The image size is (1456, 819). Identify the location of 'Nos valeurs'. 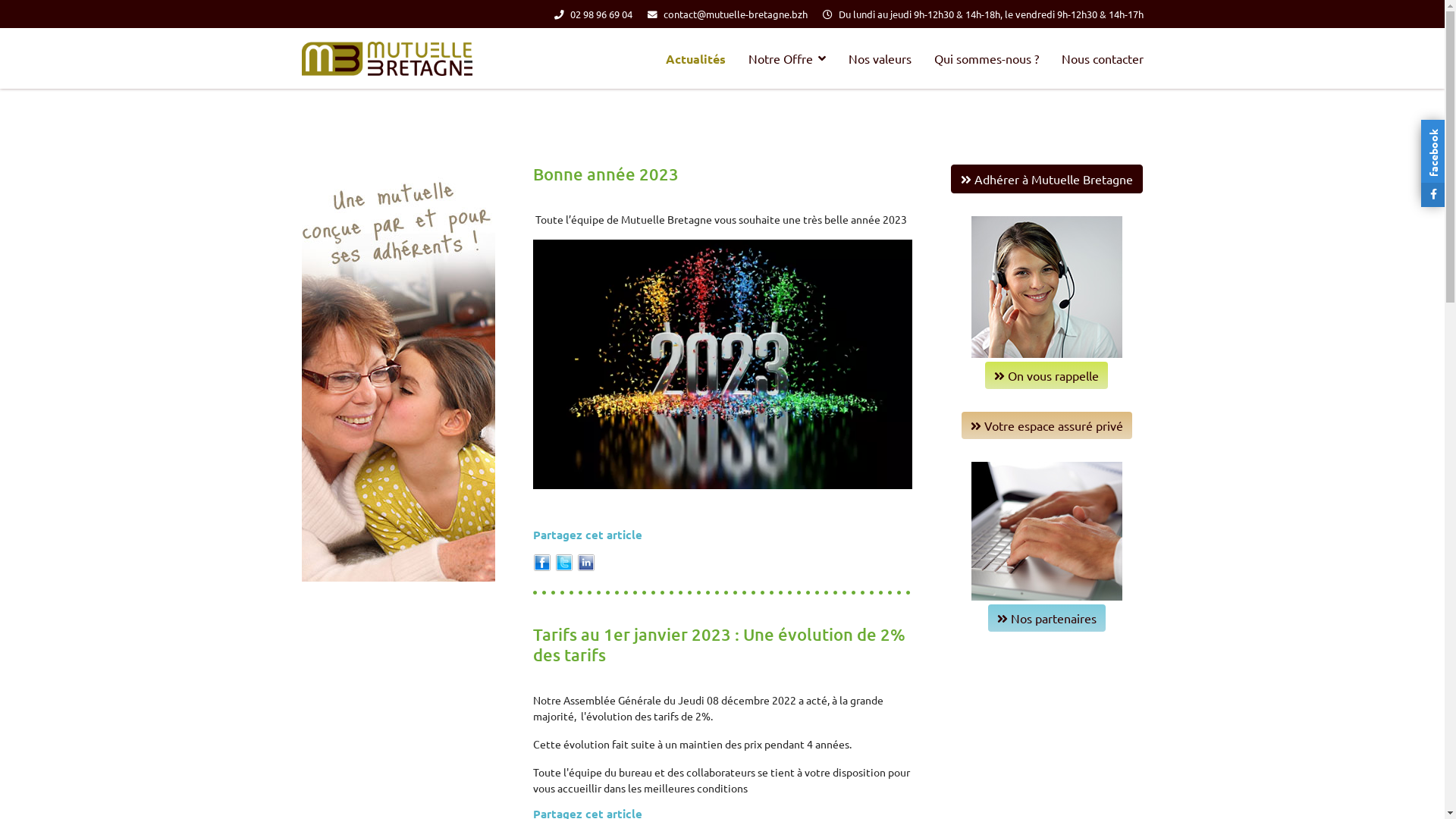
(880, 58).